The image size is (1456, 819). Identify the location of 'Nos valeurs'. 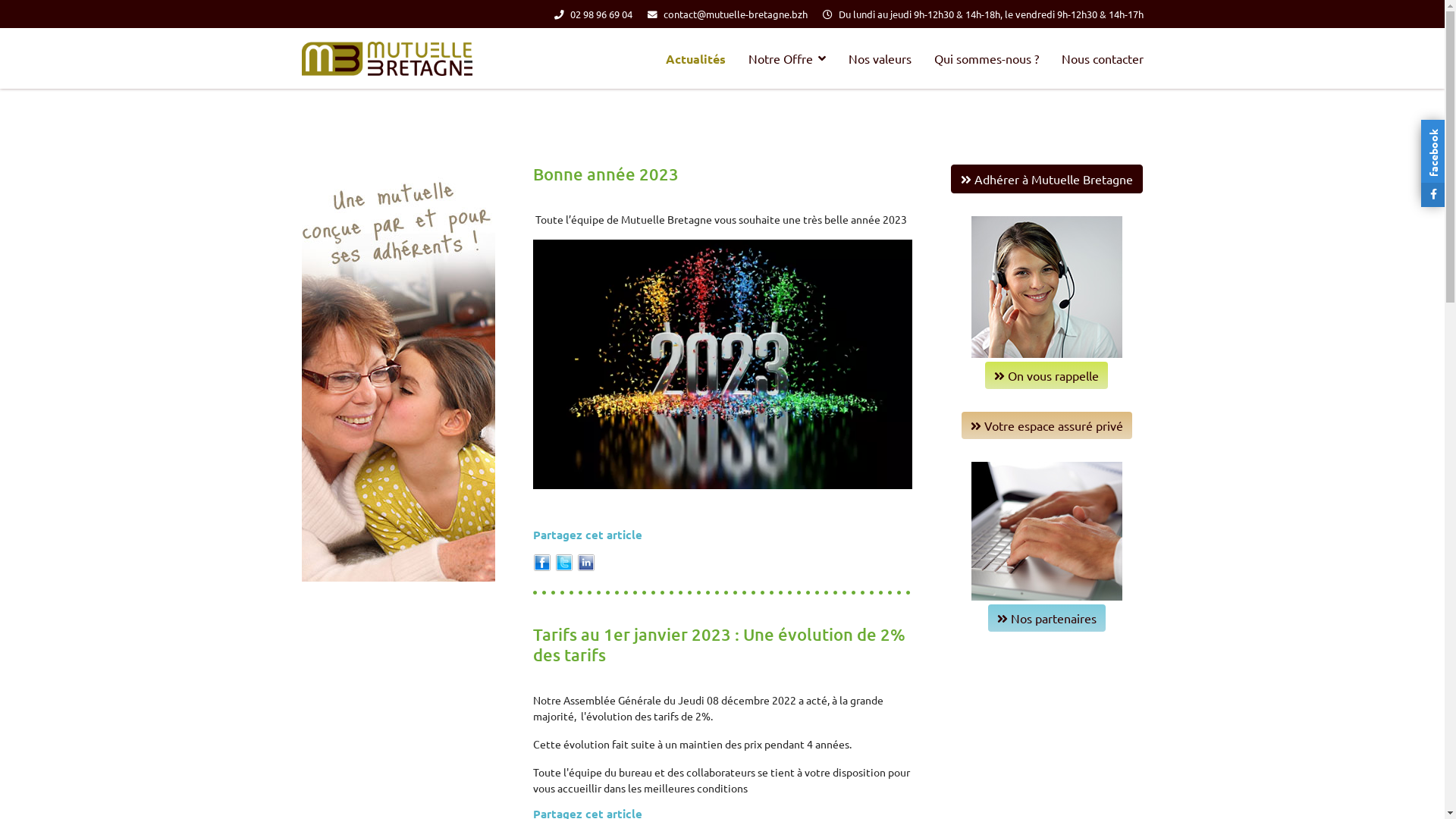
(880, 58).